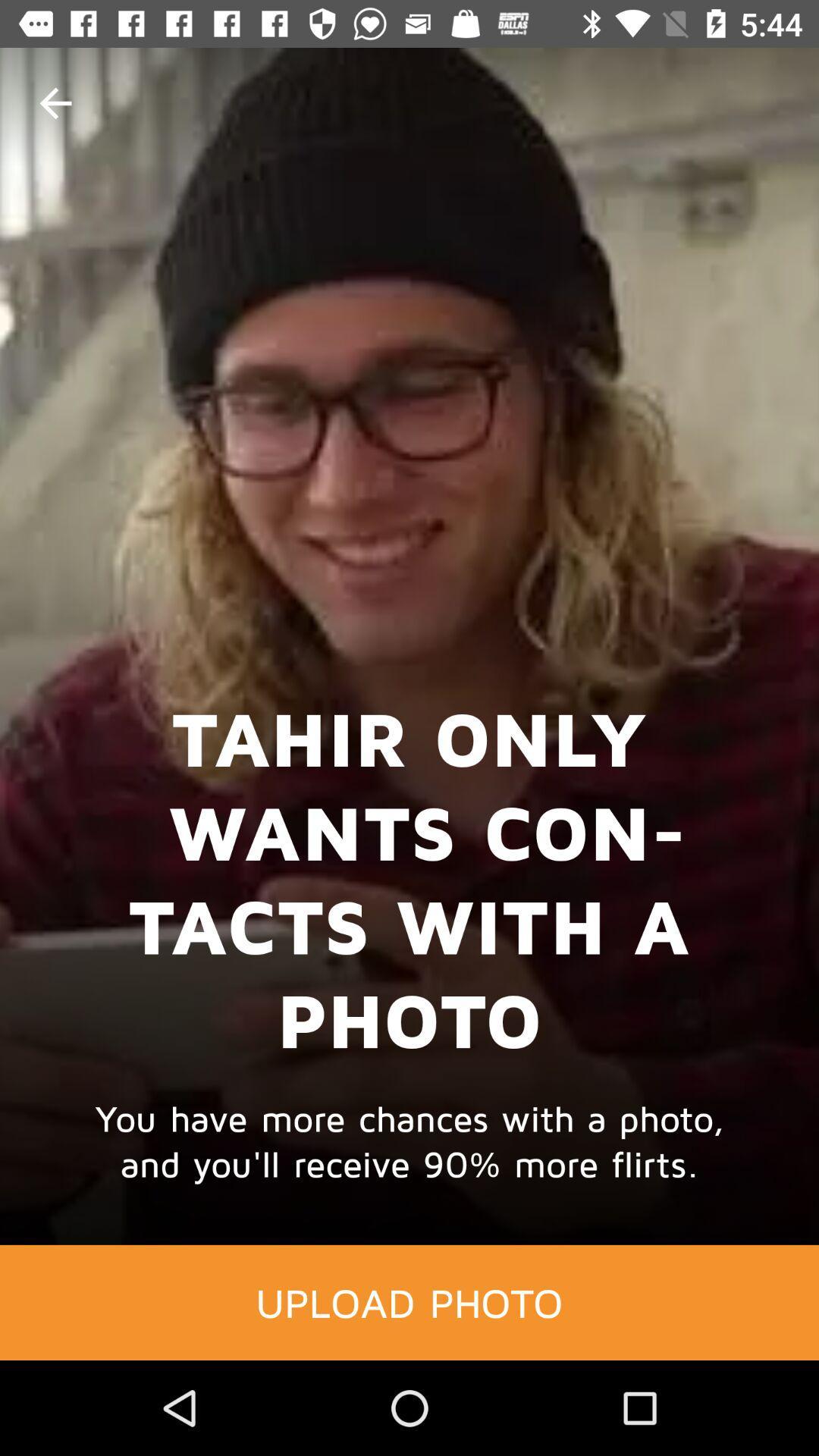 The height and width of the screenshot is (1456, 819). I want to click on upload photo, so click(409, 1301).